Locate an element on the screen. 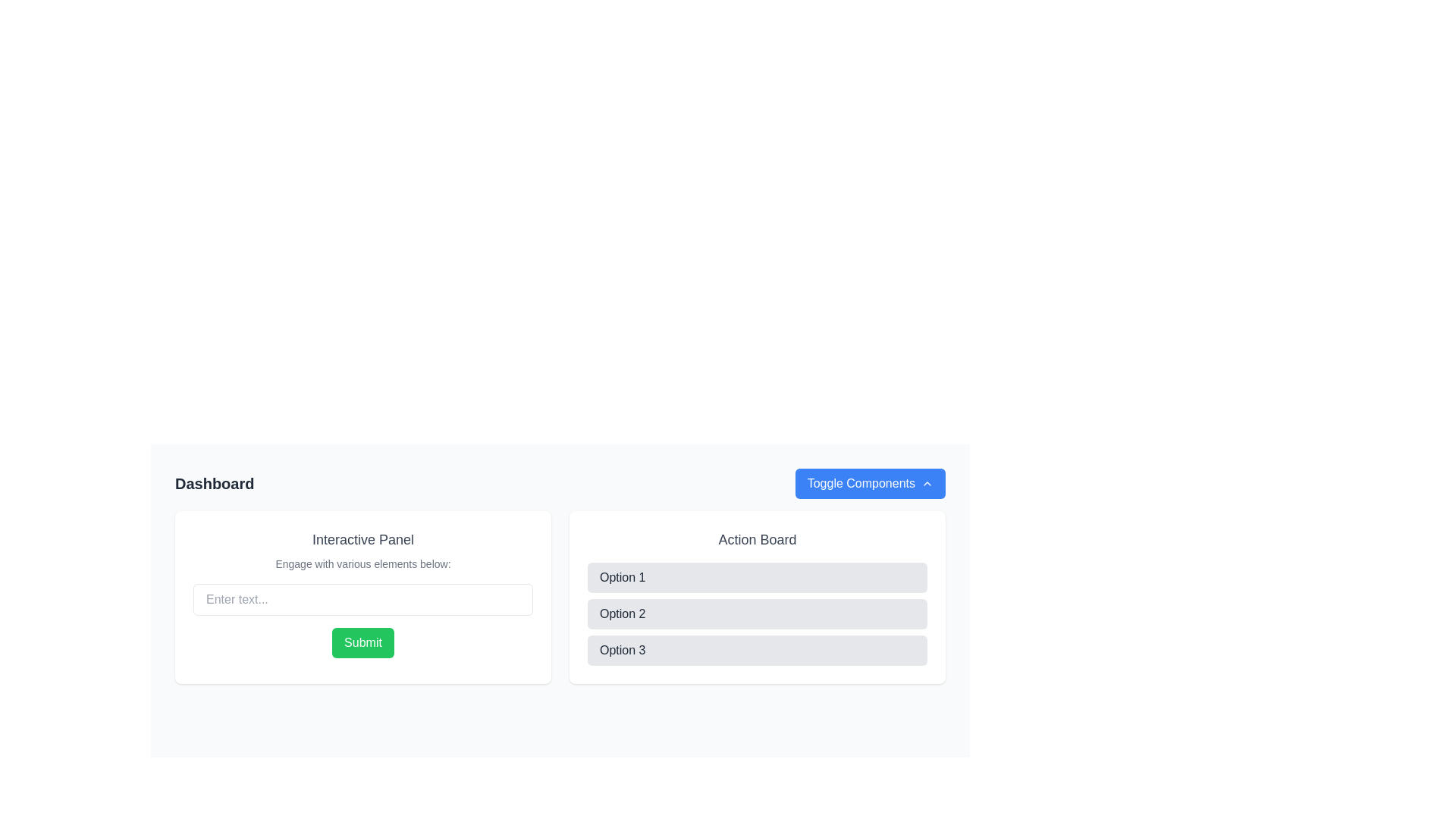 This screenshot has height=819, width=1456. the upward-facing chevron icon located to the right of the 'Toggle Components' text within the blue button is located at coordinates (927, 483).